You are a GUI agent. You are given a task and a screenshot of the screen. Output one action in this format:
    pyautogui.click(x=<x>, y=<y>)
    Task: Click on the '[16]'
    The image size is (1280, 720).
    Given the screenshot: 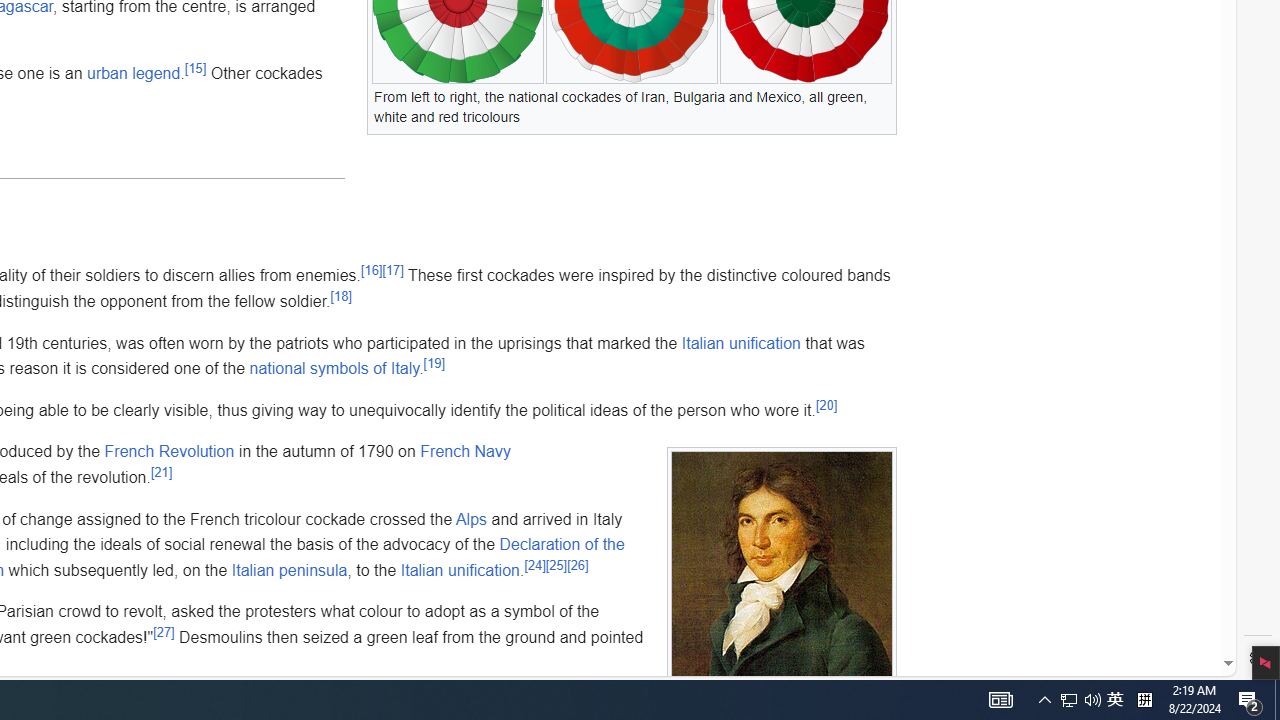 What is the action you would take?
    pyautogui.click(x=371, y=271)
    